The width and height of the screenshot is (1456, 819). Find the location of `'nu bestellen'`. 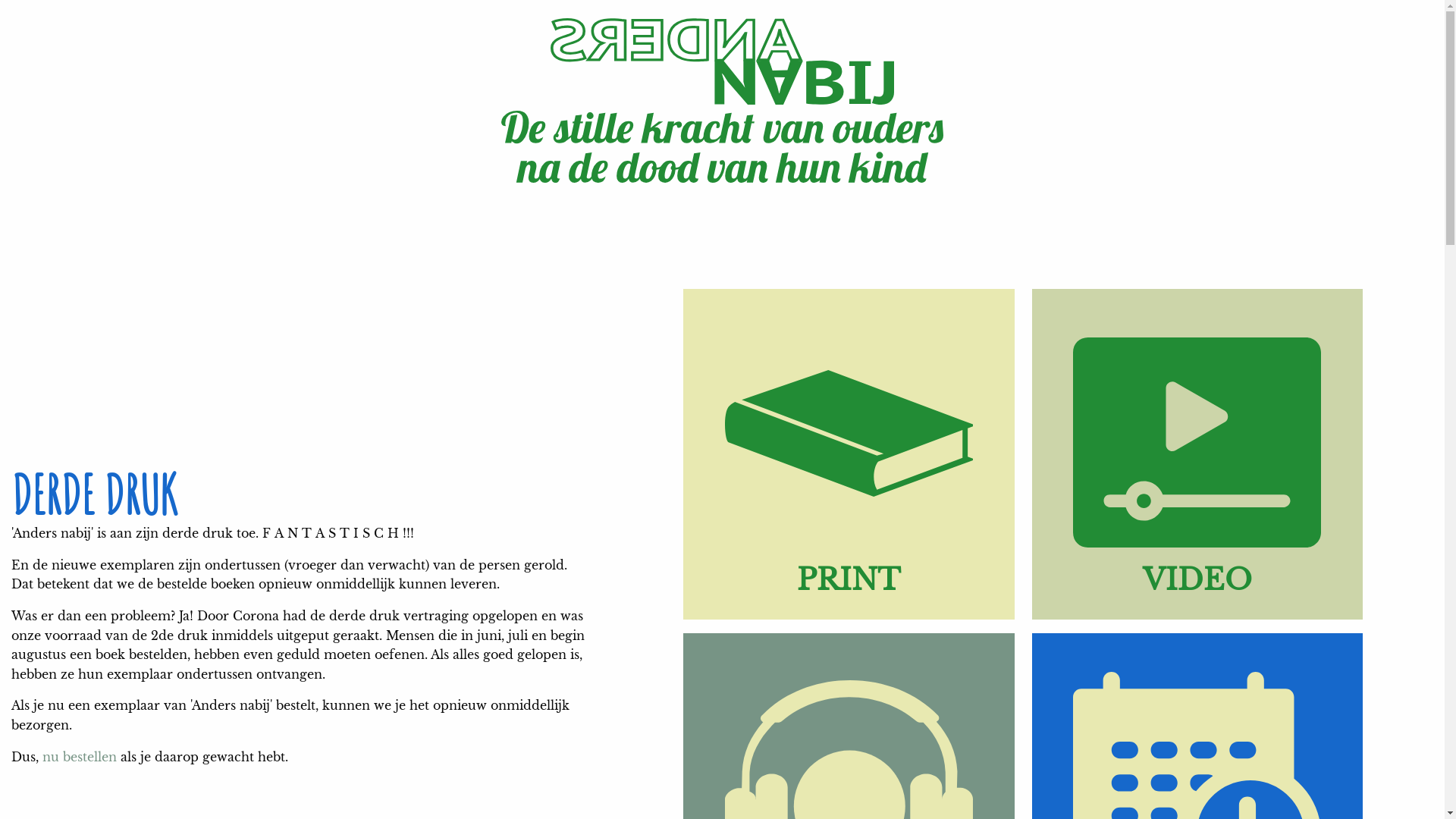

'nu bestellen' is located at coordinates (79, 757).